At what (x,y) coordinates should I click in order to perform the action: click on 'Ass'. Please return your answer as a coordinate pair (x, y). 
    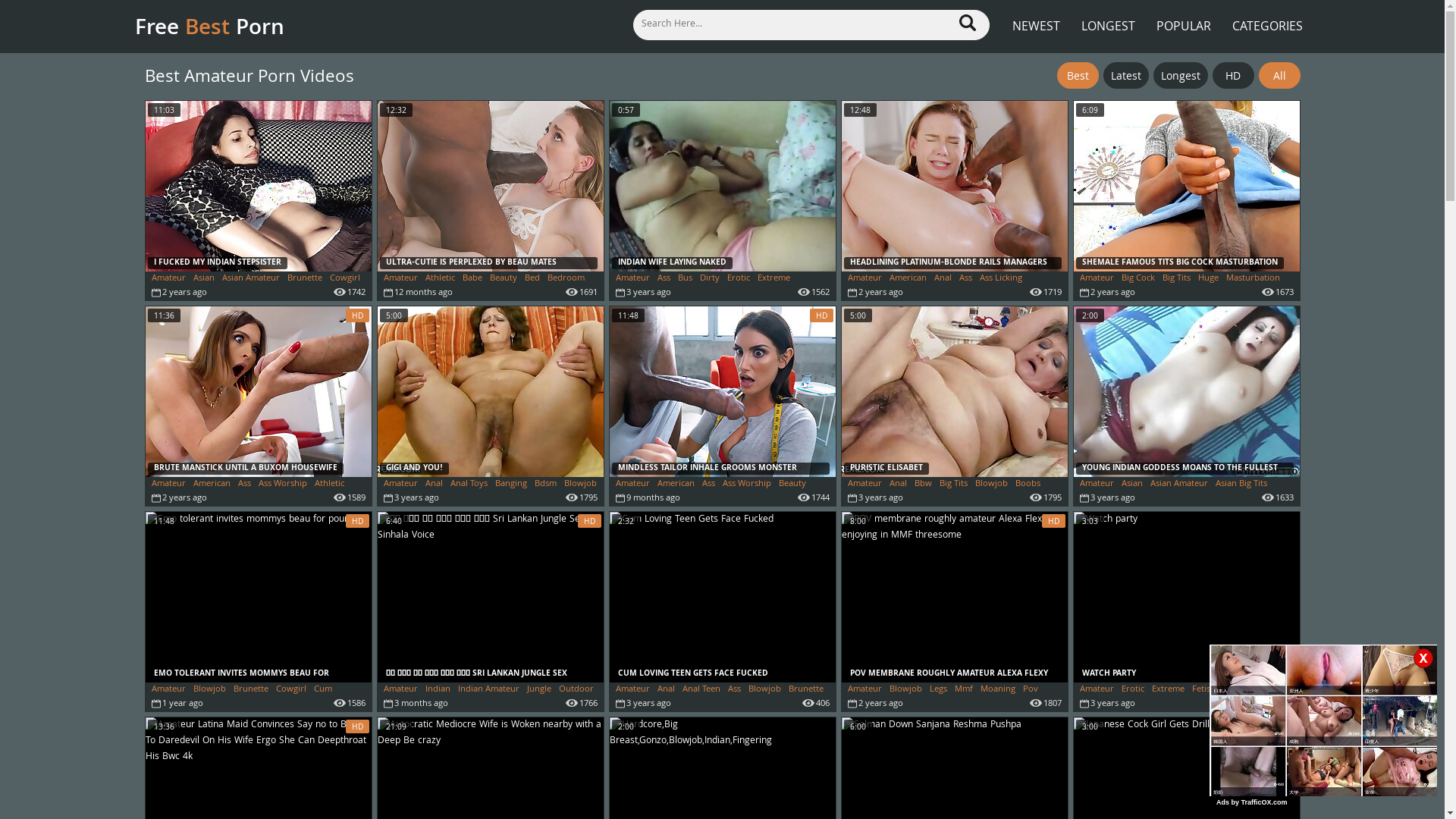
    Looking at the image, I should click on (701, 484).